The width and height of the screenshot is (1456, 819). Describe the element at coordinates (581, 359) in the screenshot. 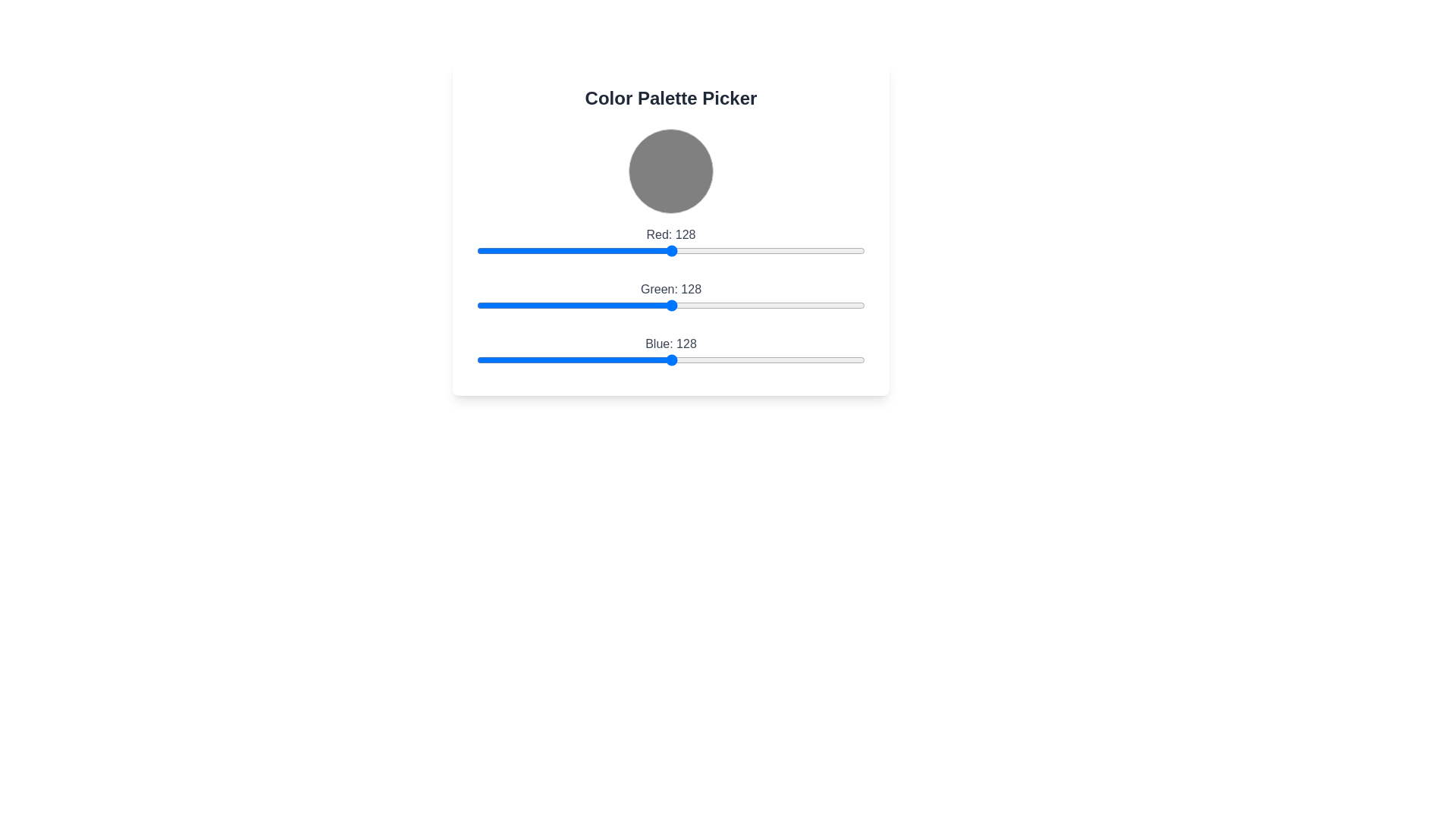

I see `the blue value` at that location.